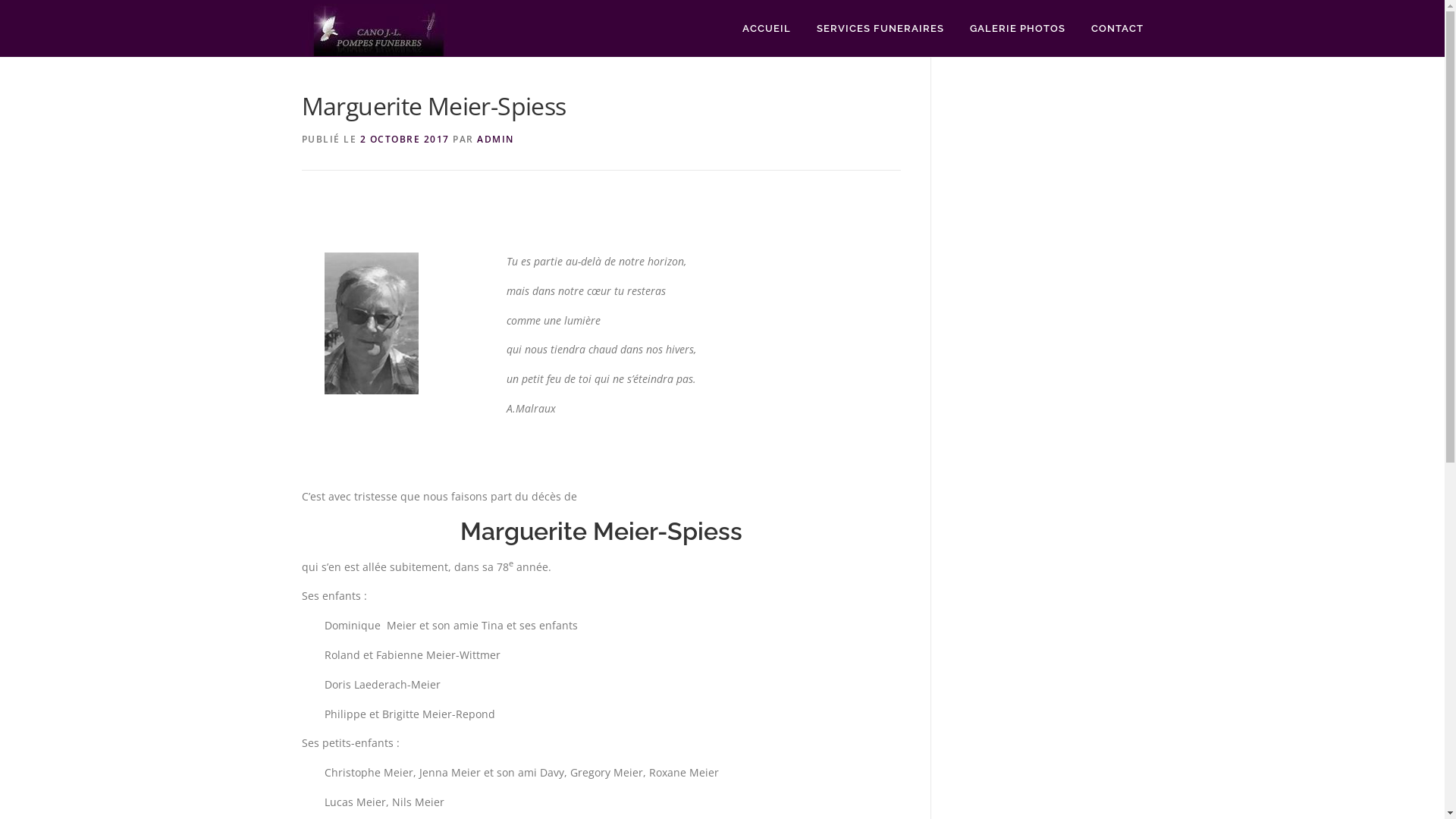 This screenshot has width=1456, height=819. I want to click on 'GALERIE PHOTOS', so click(1018, 28).